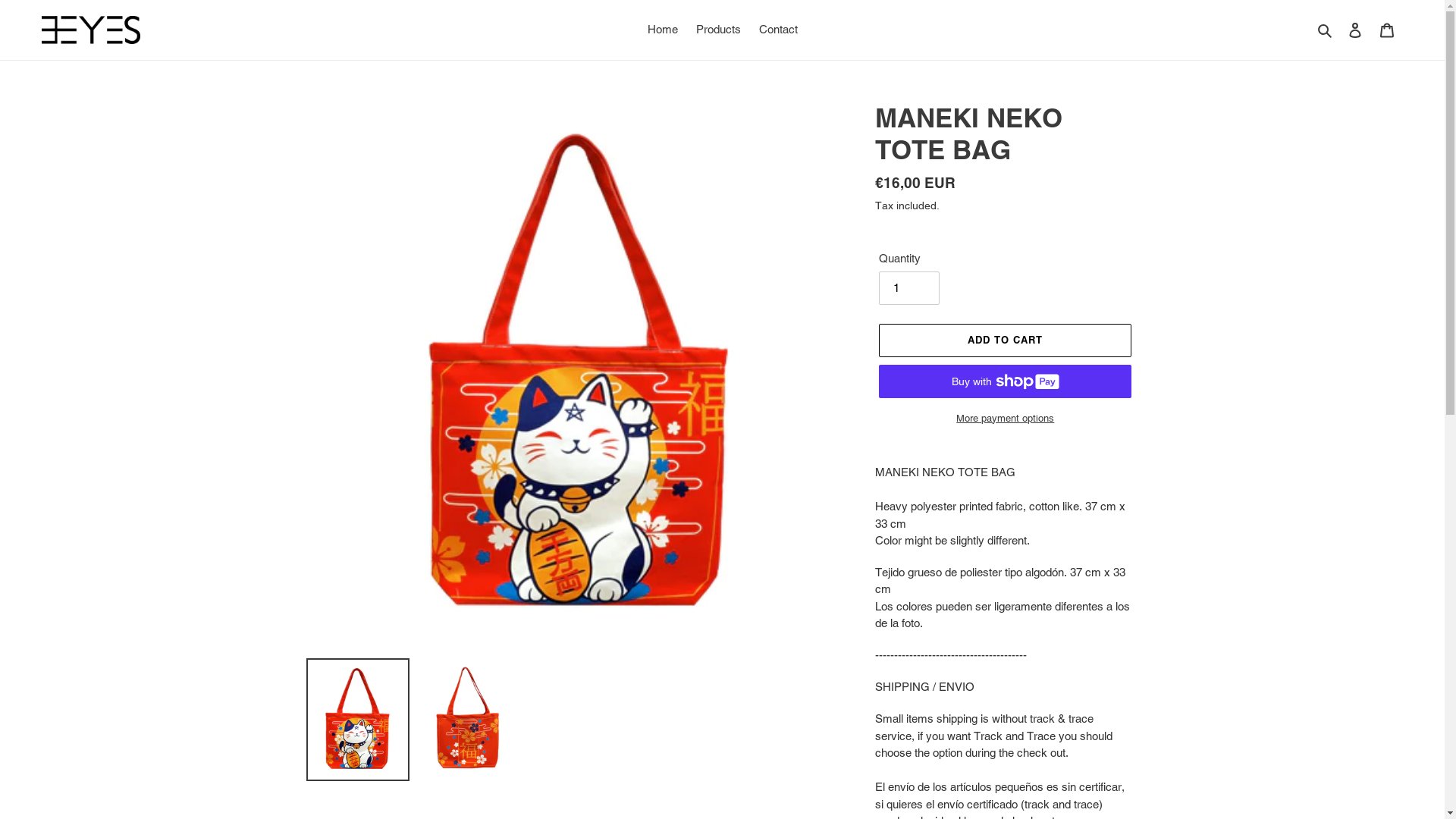 This screenshot has width=1456, height=819. I want to click on 'Home', so click(662, 30).